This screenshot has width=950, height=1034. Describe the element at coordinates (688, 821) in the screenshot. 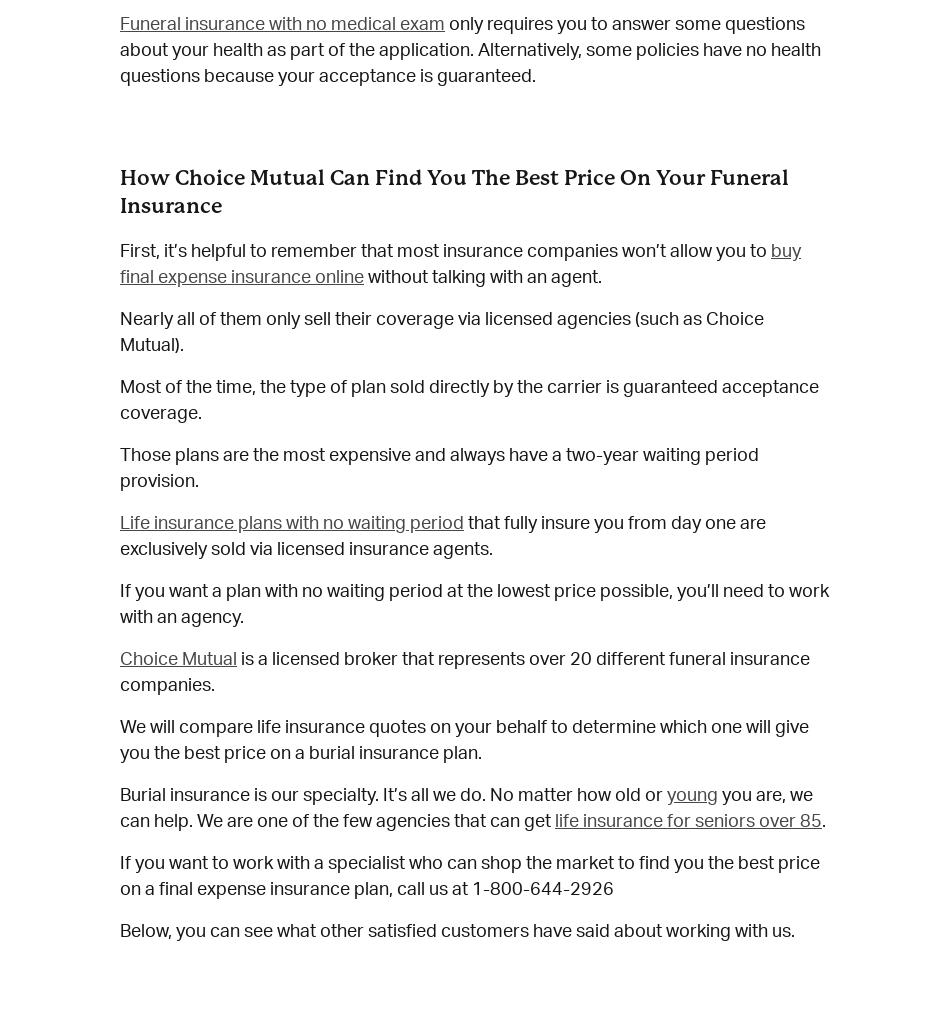

I see `'life insurance for seniors over 85'` at that location.